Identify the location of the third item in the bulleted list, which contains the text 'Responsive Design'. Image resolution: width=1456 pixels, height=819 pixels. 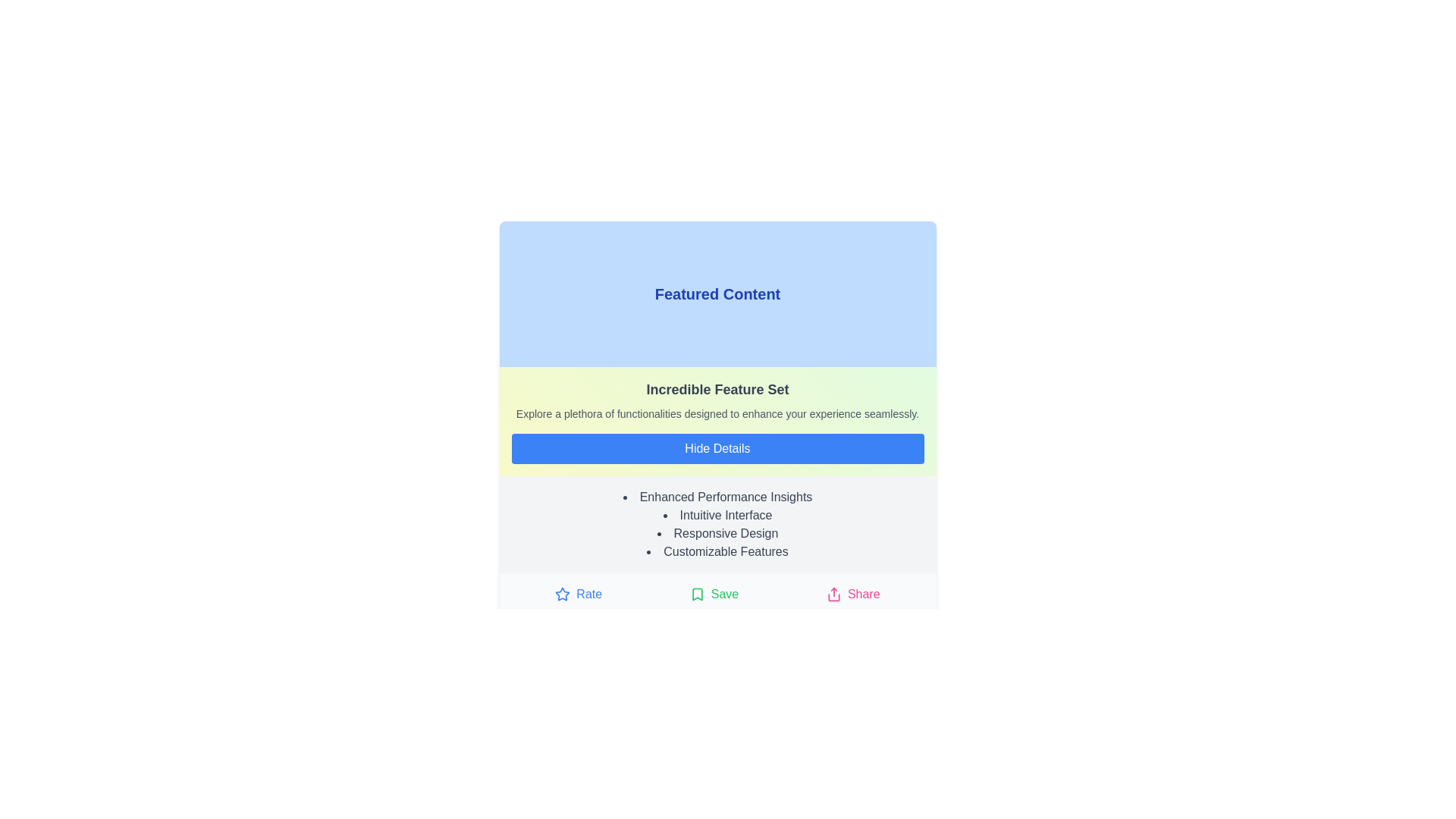
(717, 533).